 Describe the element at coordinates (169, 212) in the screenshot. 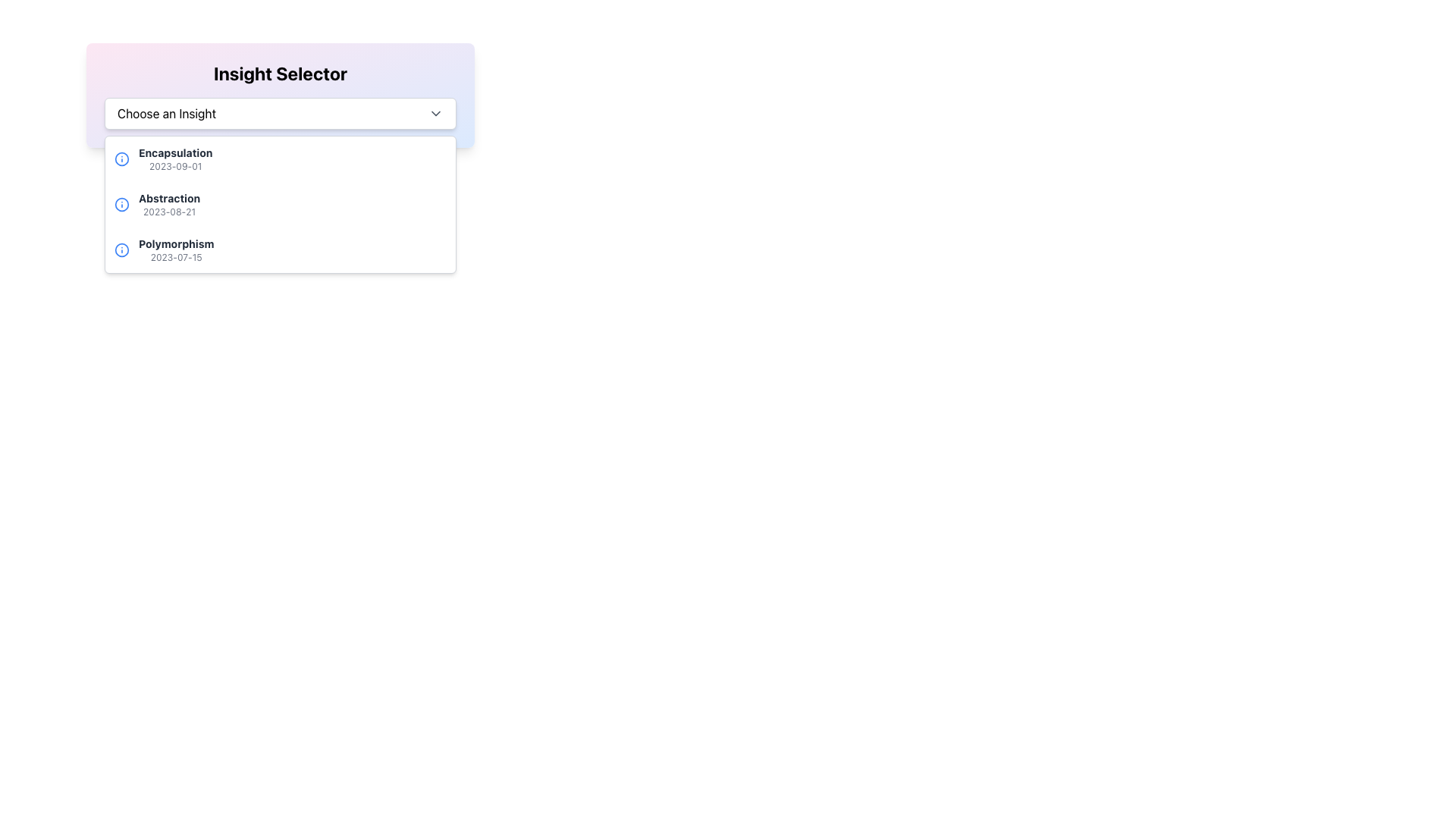

I see `the date display '2023-08-21' located in the dropdown list under the 'Insight Selector' heading associated with the 'Abstraction' entry` at that location.